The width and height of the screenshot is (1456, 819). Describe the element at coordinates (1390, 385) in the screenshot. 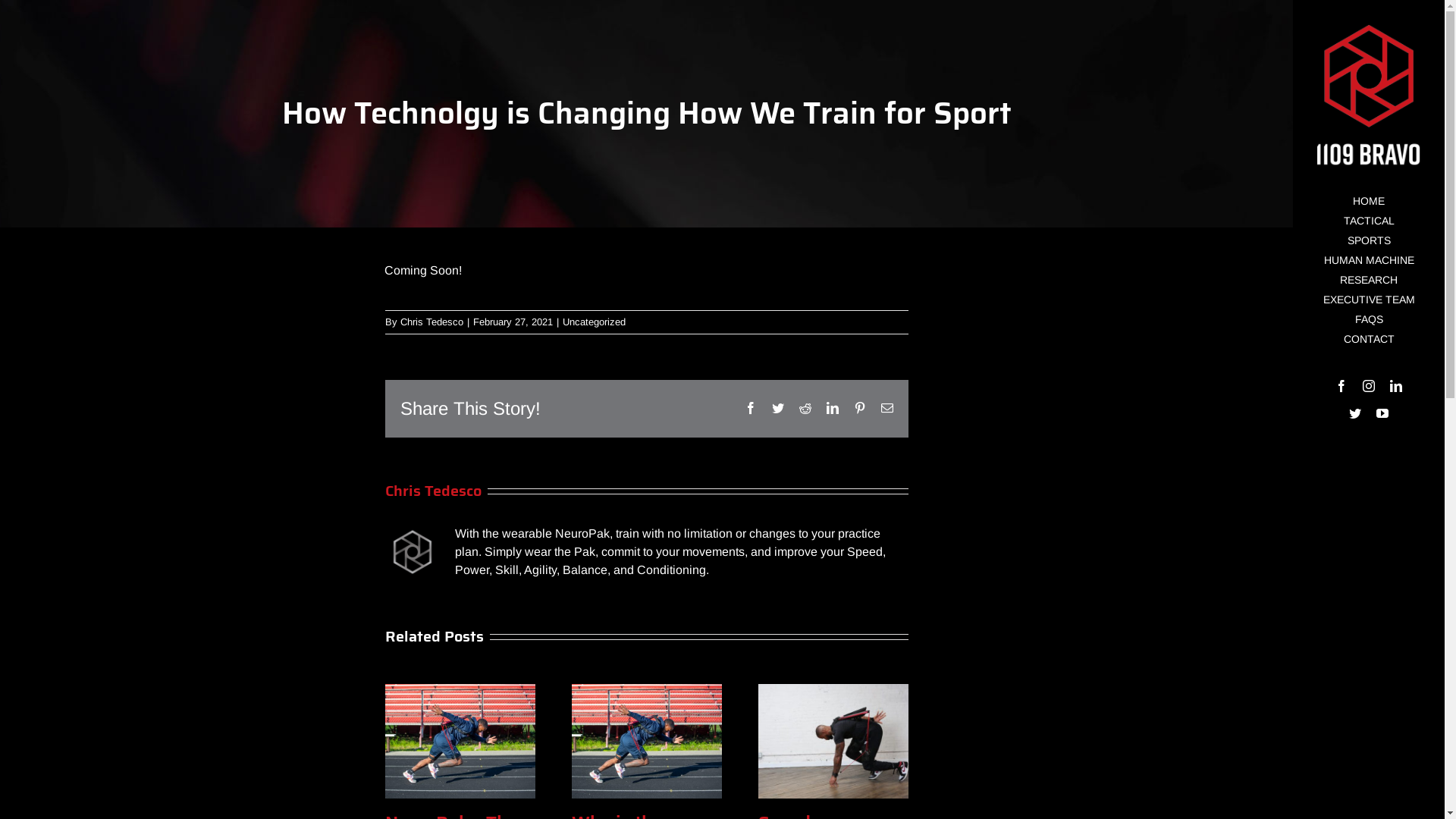

I see `'LinkedIn'` at that location.